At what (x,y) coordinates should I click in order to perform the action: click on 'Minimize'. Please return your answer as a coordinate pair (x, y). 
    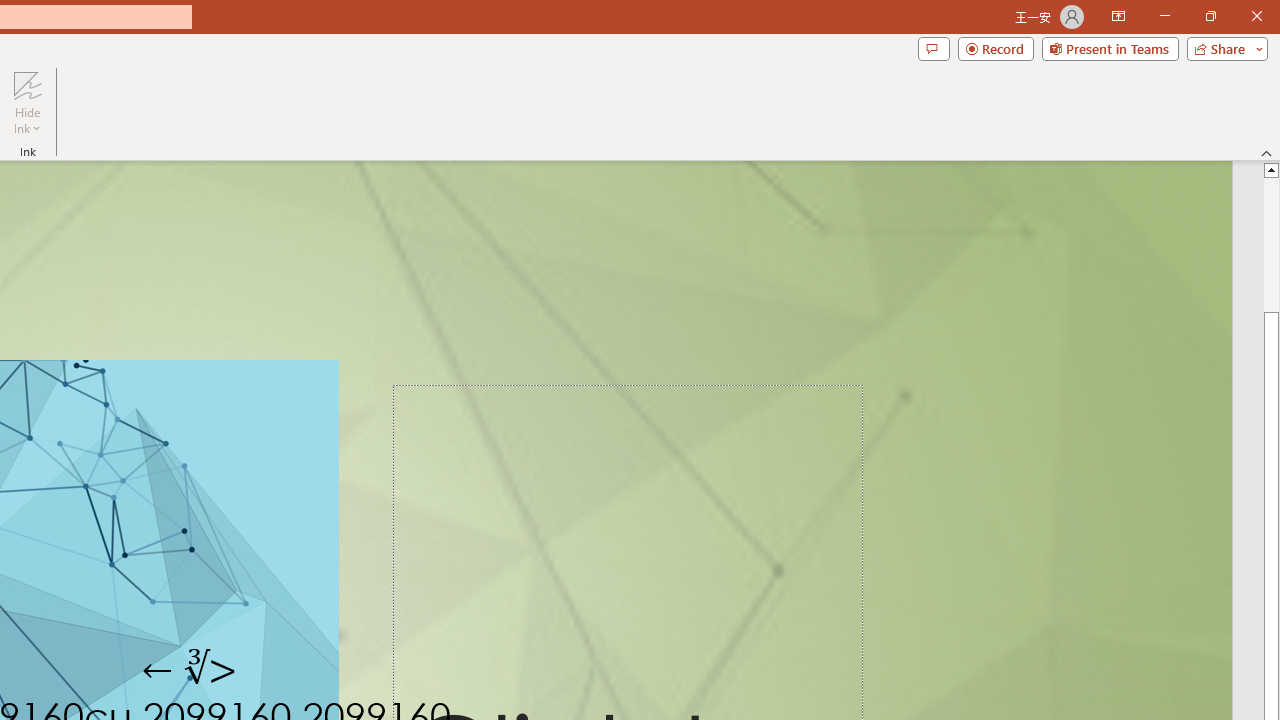
    Looking at the image, I should click on (1164, 16).